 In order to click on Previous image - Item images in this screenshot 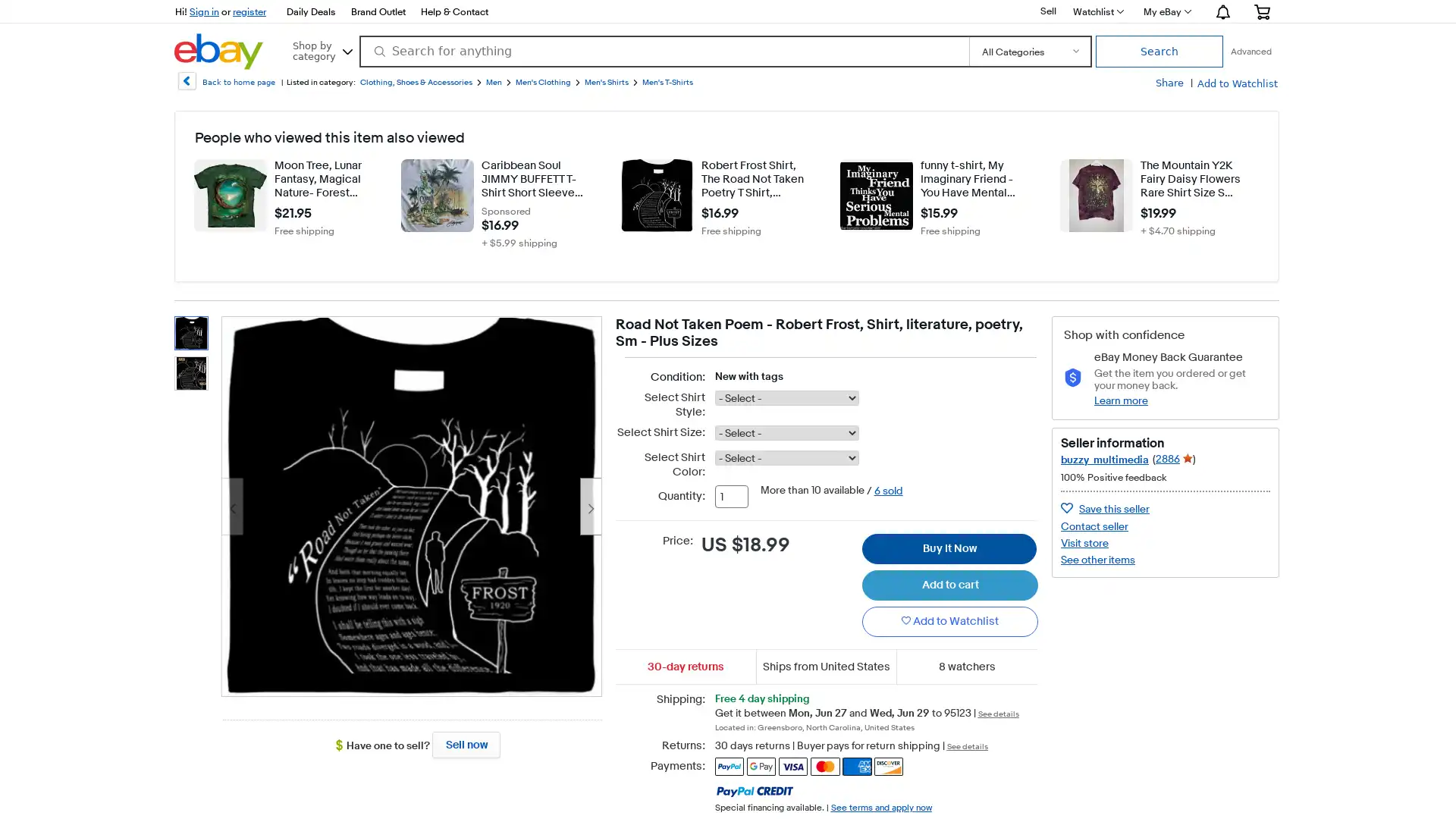, I will do `click(232, 506)`.